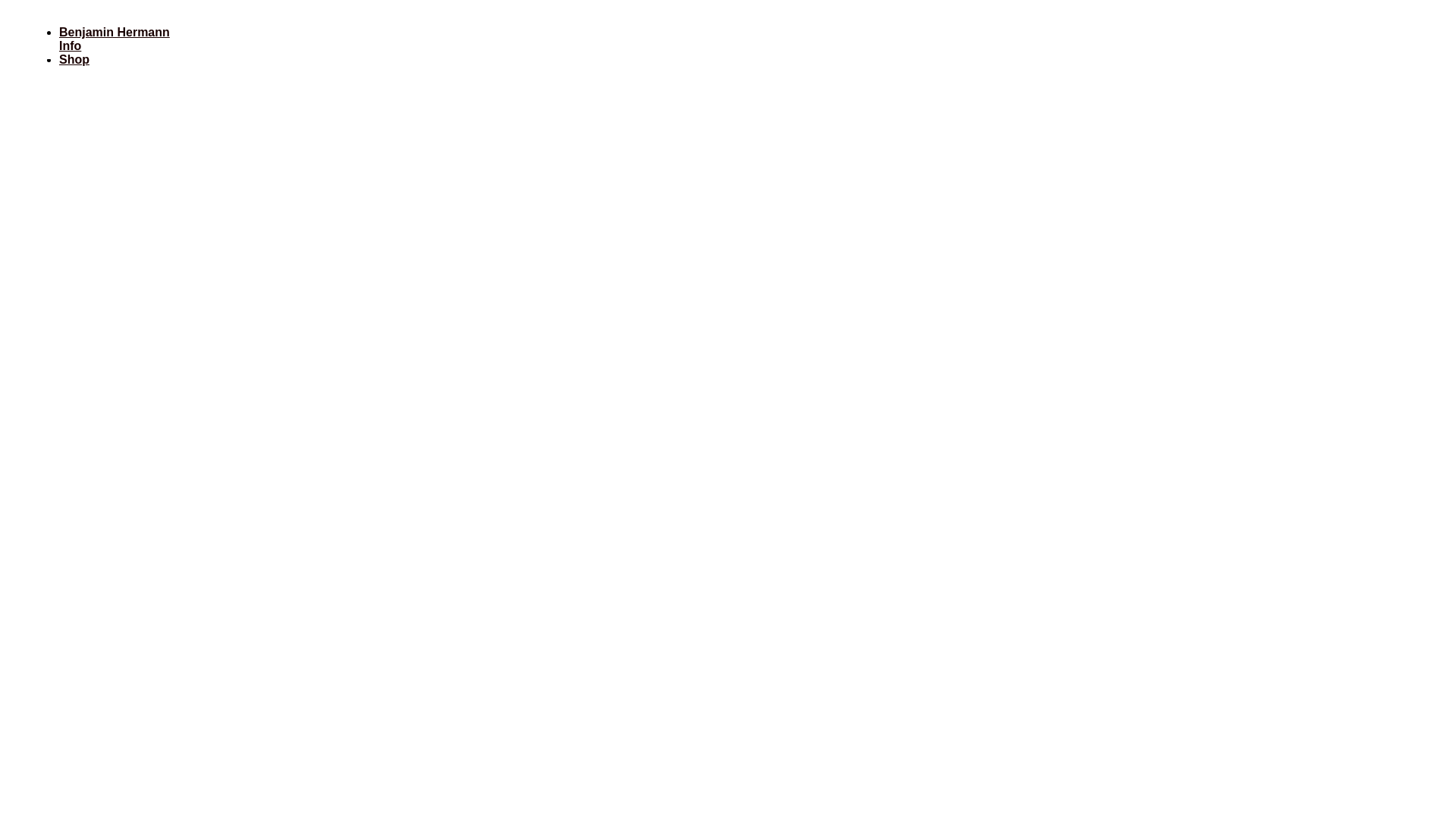 The height and width of the screenshot is (819, 1456). What do you see at coordinates (69, 45) in the screenshot?
I see `'Info'` at bounding box center [69, 45].